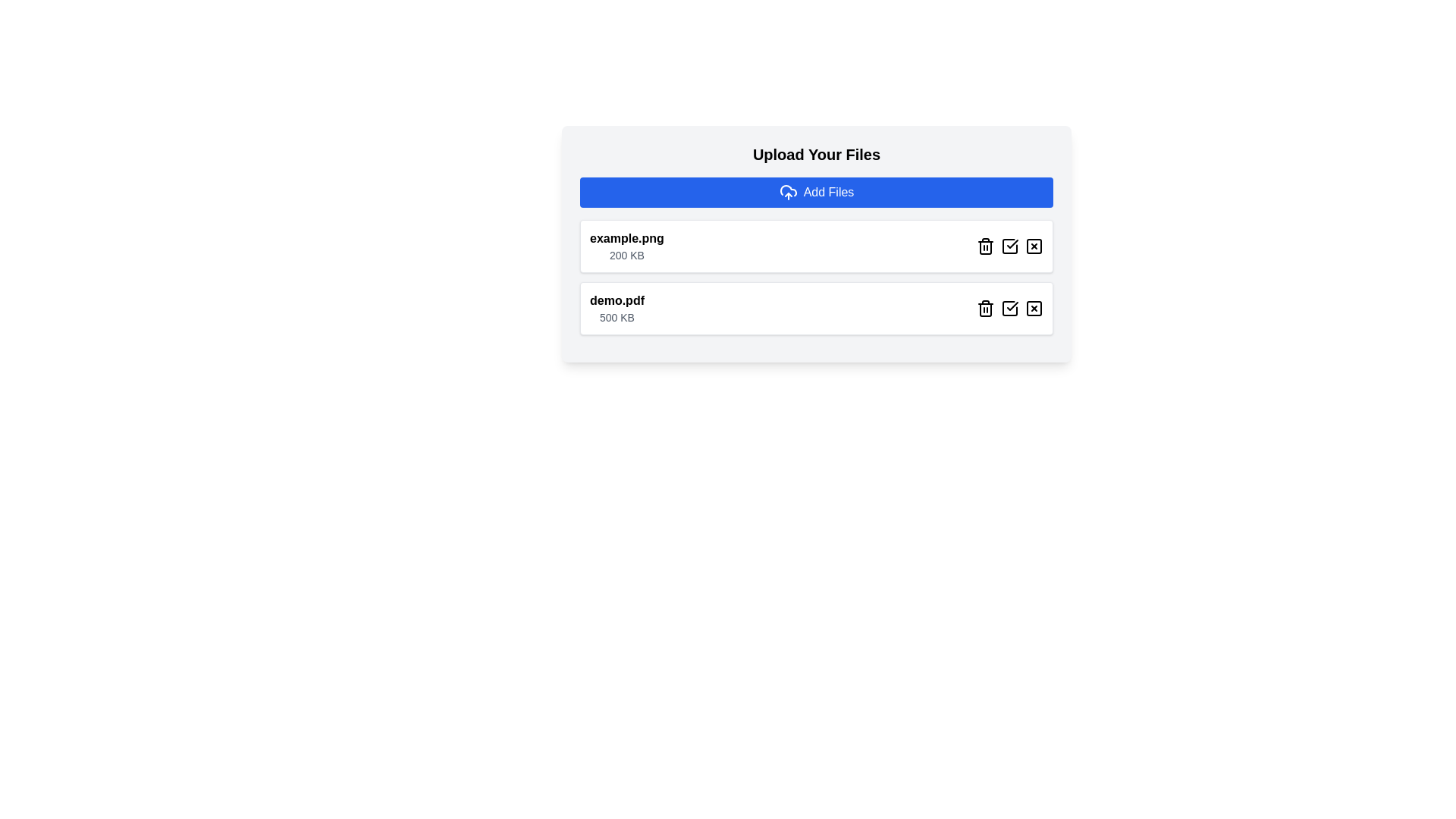 This screenshot has width=1456, height=819. What do you see at coordinates (1012, 306) in the screenshot?
I see `the small graphical checkmark icon enclosed within a larger square icon, located near the right side of the row for the file named 'demo.pdf' in the upload interface` at bounding box center [1012, 306].